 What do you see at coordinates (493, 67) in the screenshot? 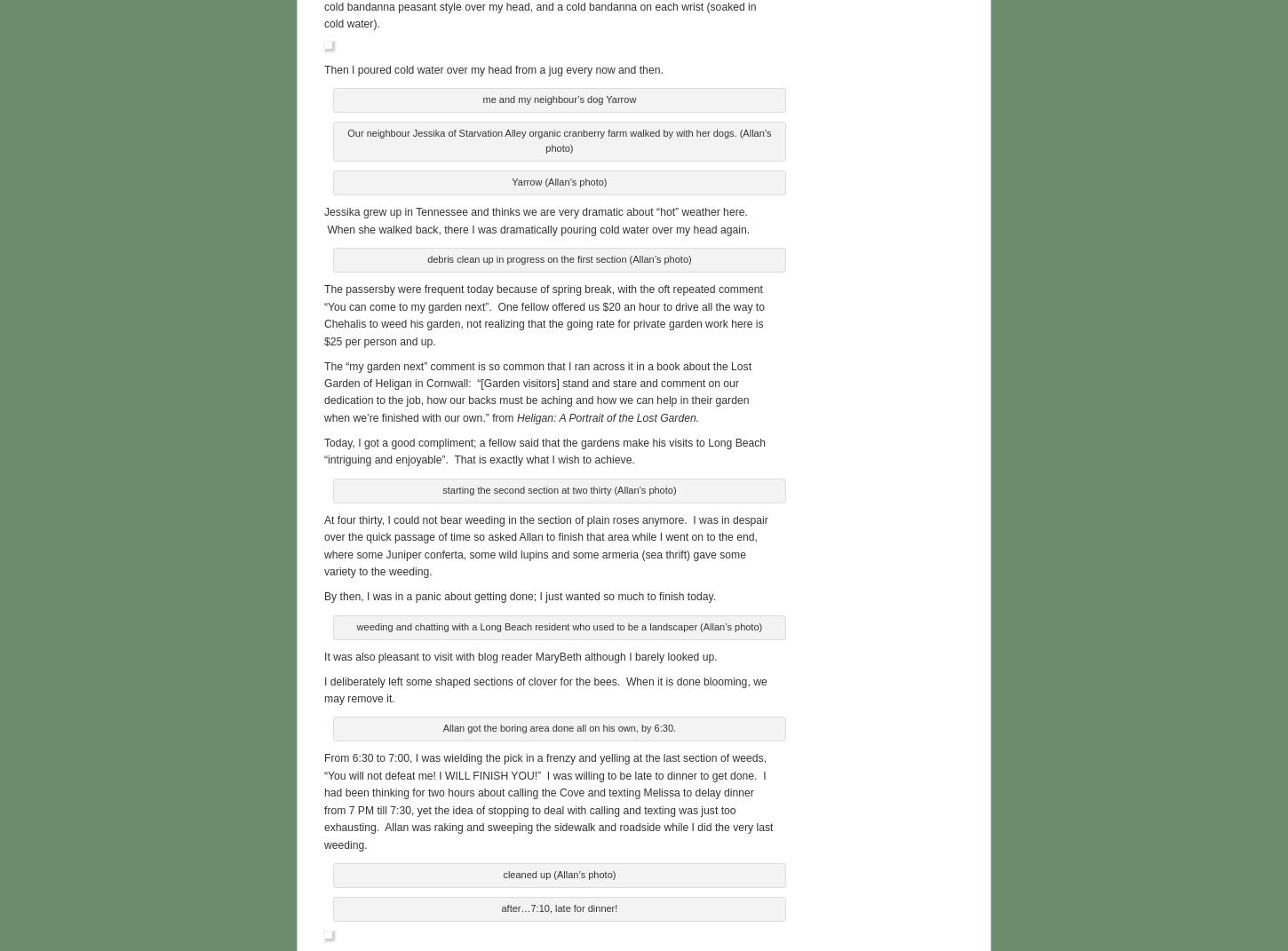
I see `'Then I poured cold water over my head from a jug every now and then.'` at bounding box center [493, 67].